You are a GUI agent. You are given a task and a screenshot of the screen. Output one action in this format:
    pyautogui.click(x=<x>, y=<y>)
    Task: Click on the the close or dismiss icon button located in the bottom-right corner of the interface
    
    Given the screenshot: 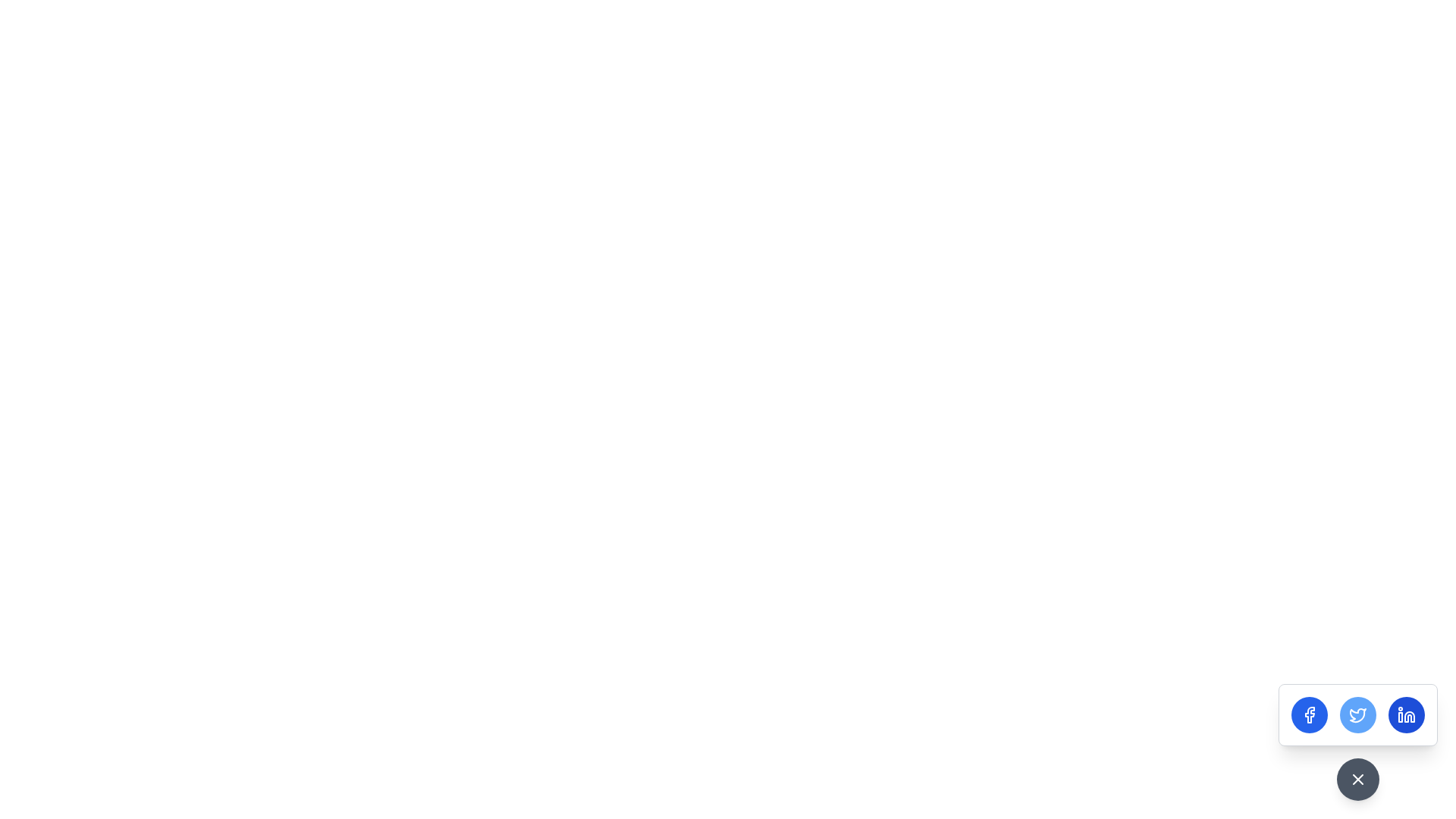 What is the action you would take?
    pyautogui.click(x=1357, y=780)
    